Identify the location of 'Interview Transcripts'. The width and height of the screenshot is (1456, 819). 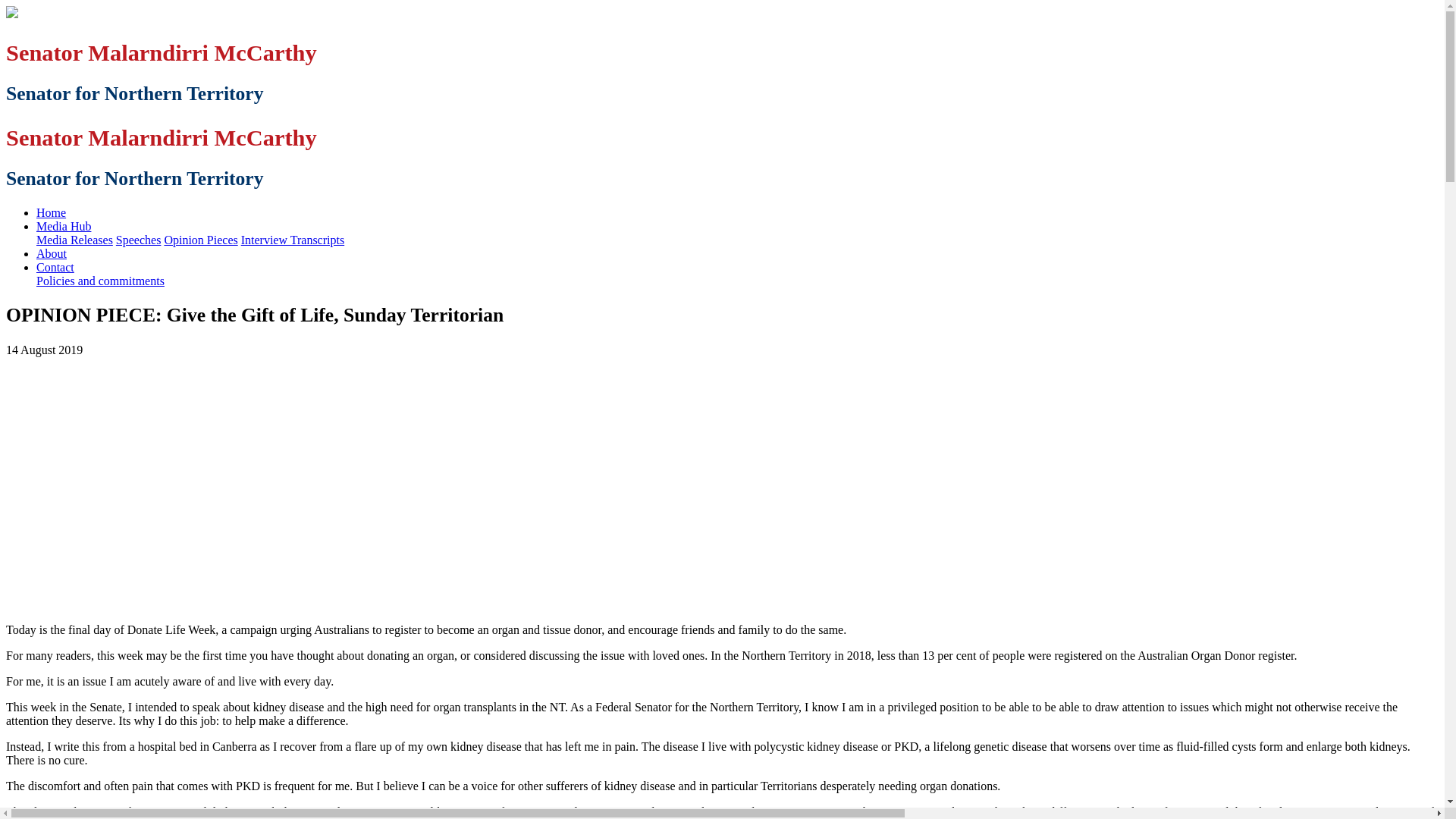
(292, 239).